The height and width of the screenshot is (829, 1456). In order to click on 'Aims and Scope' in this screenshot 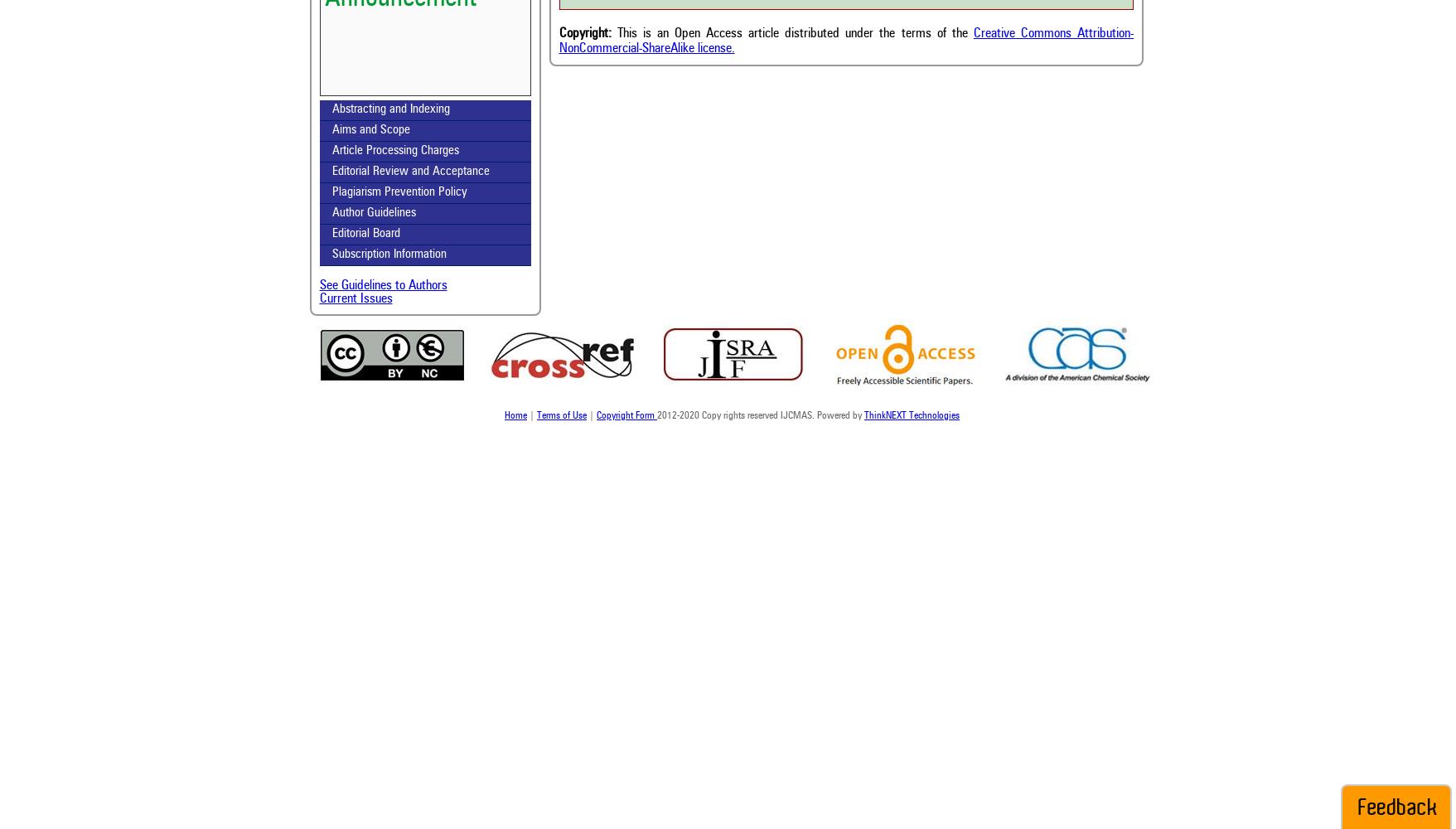, I will do `click(331, 130)`.